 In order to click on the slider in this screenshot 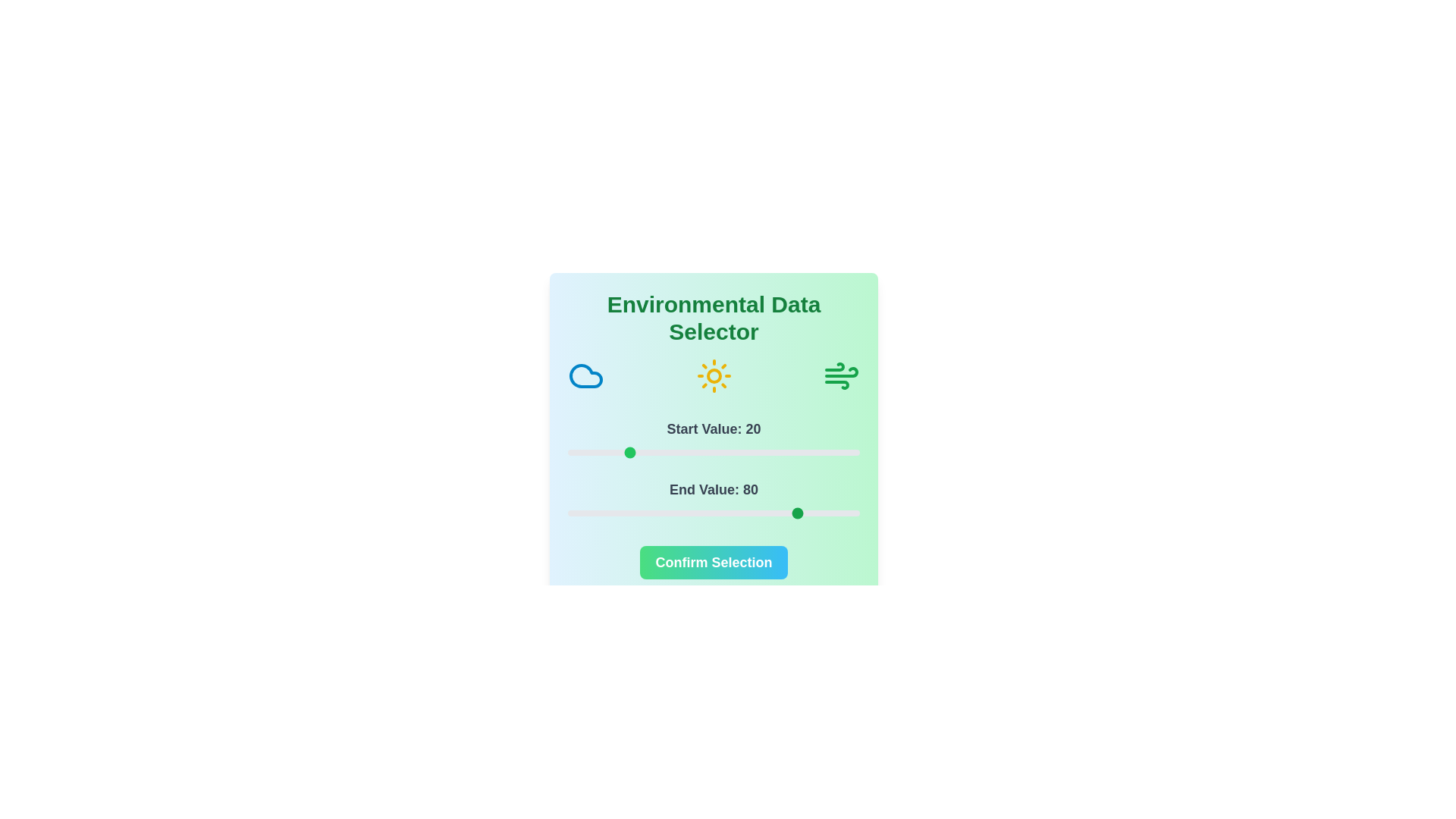, I will do `click(844, 513)`.